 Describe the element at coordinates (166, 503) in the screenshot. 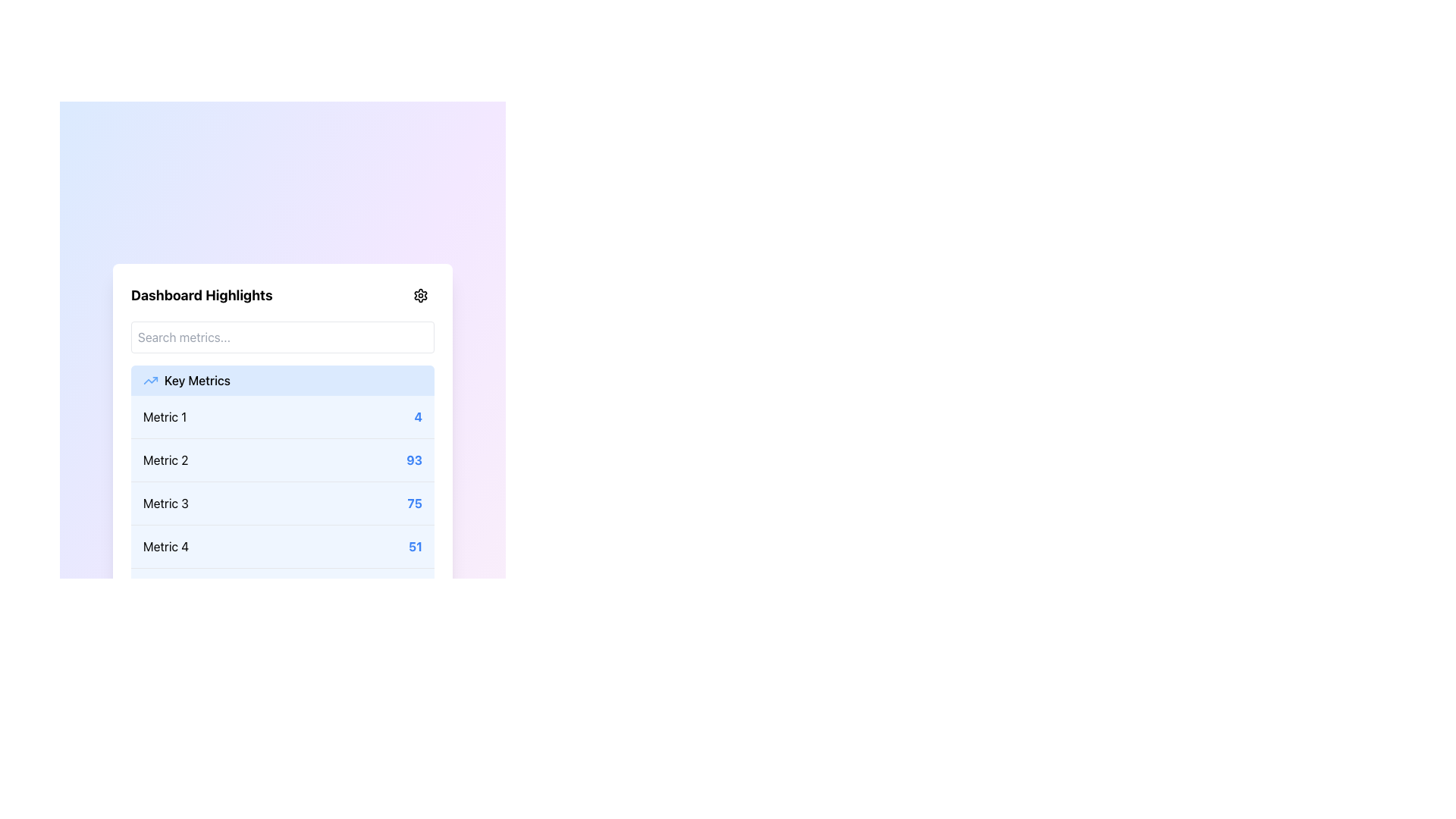

I see `text label displaying 'Metric 3' which is formatted in black on a light blue background, located within the 'Key Metrics' list in the main interface` at that location.